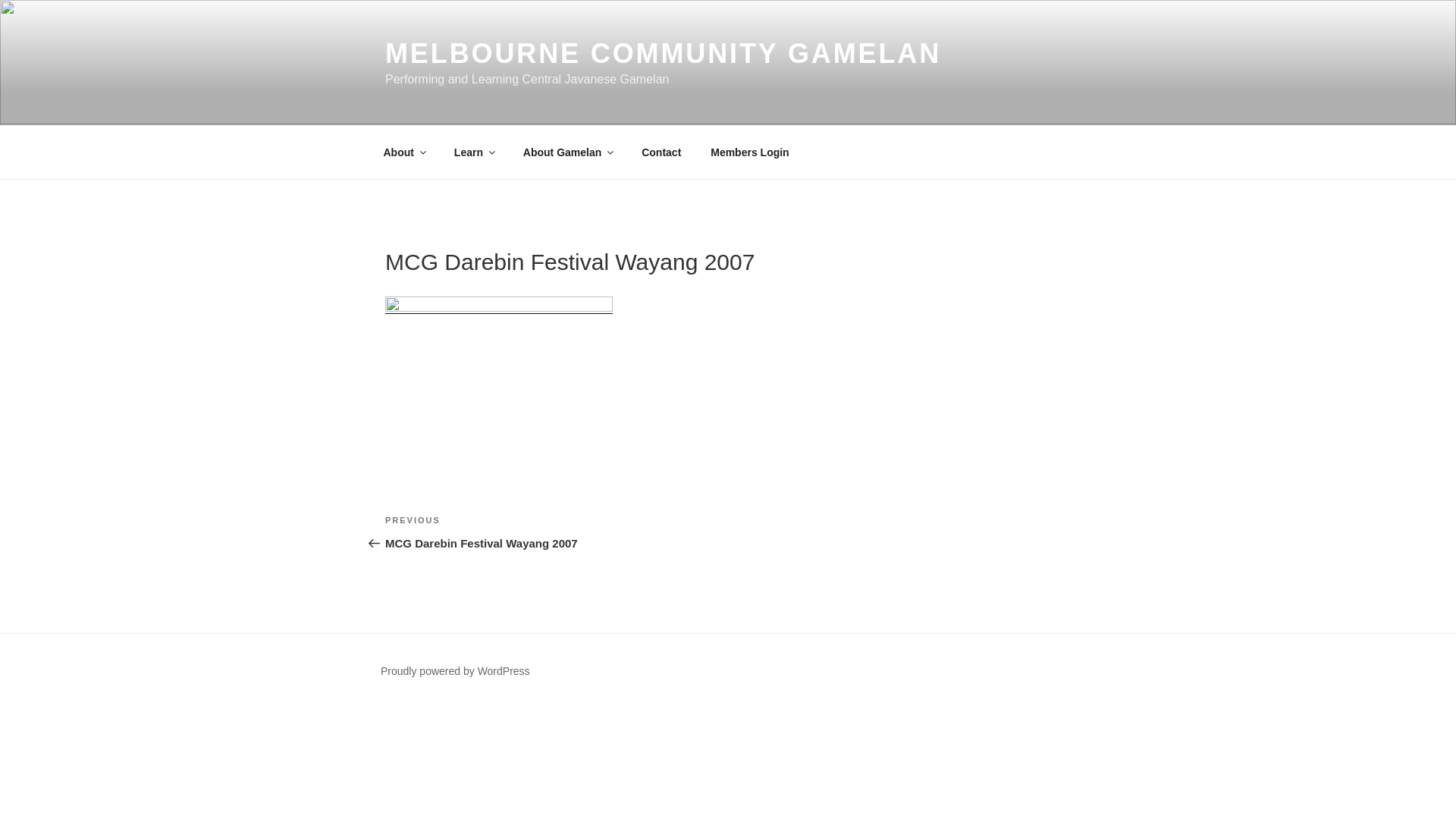 This screenshot has width=1456, height=819. I want to click on 'MELBOURNE COMMUNITY GAMELAN', so click(663, 52).